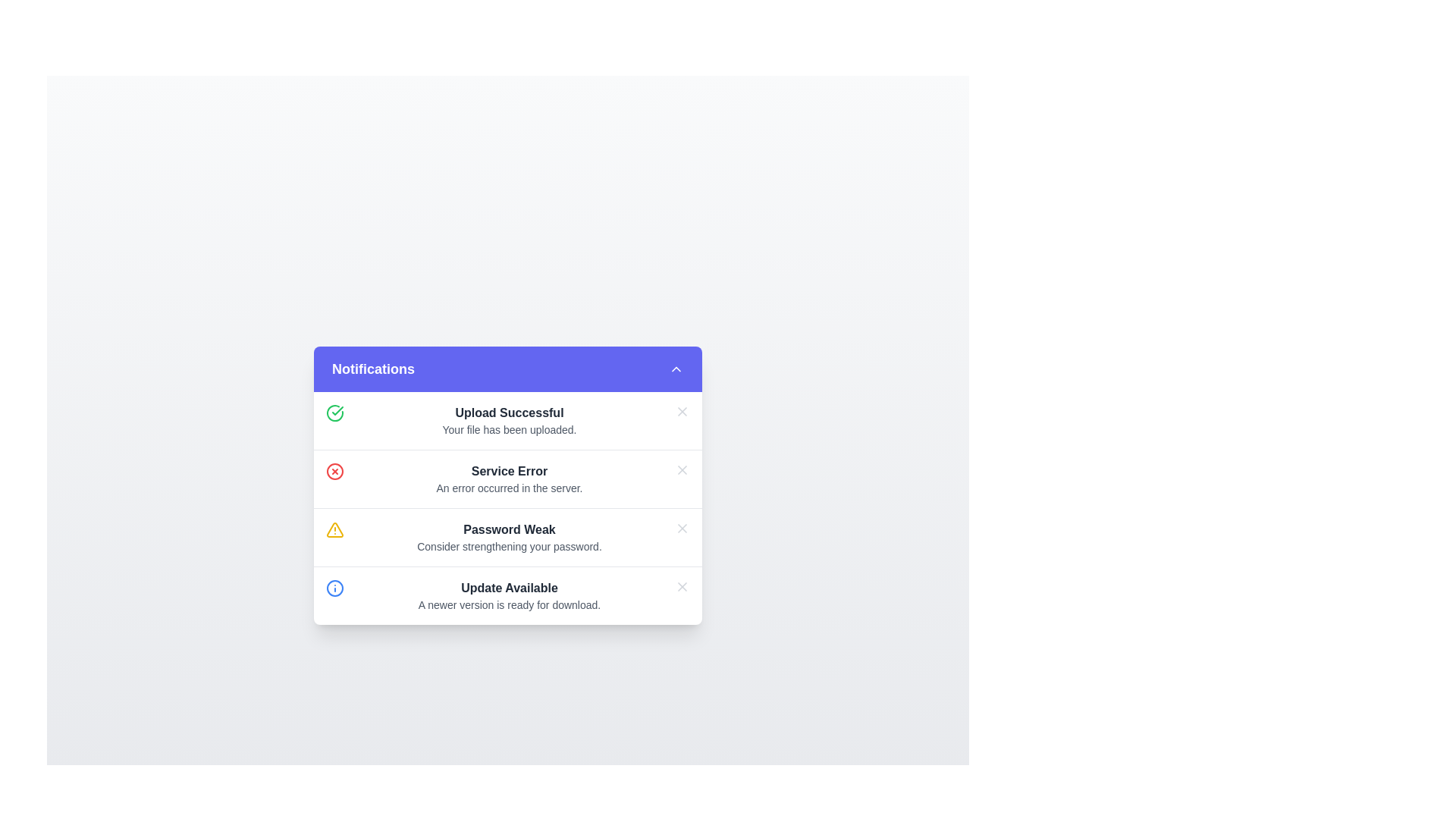  Describe the element at coordinates (508, 479) in the screenshot. I see `title 'Service Error' and the description 'An error occurred in the server.' from the notification message displayed in the notifications section` at that location.